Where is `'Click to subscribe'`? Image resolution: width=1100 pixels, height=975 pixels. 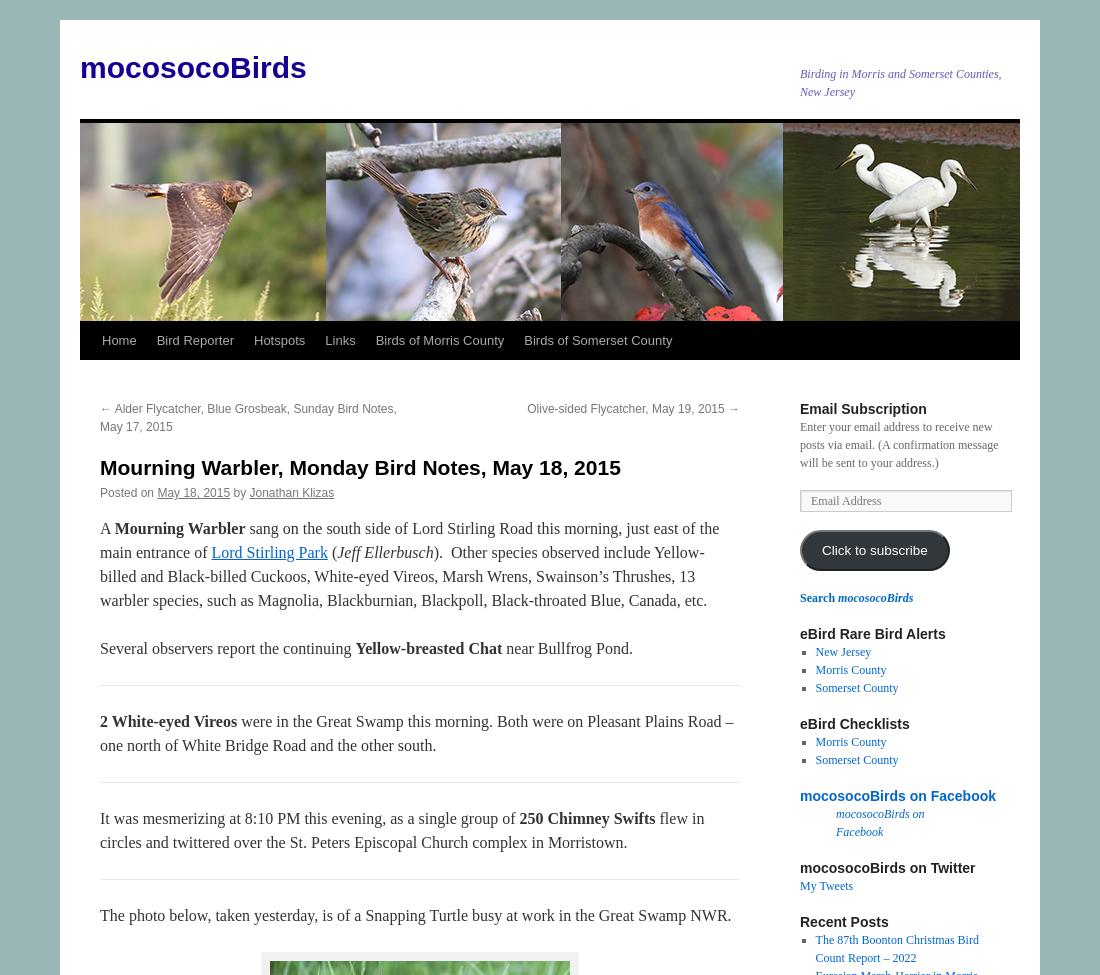 'Click to subscribe' is located at coordinates (872, 549).